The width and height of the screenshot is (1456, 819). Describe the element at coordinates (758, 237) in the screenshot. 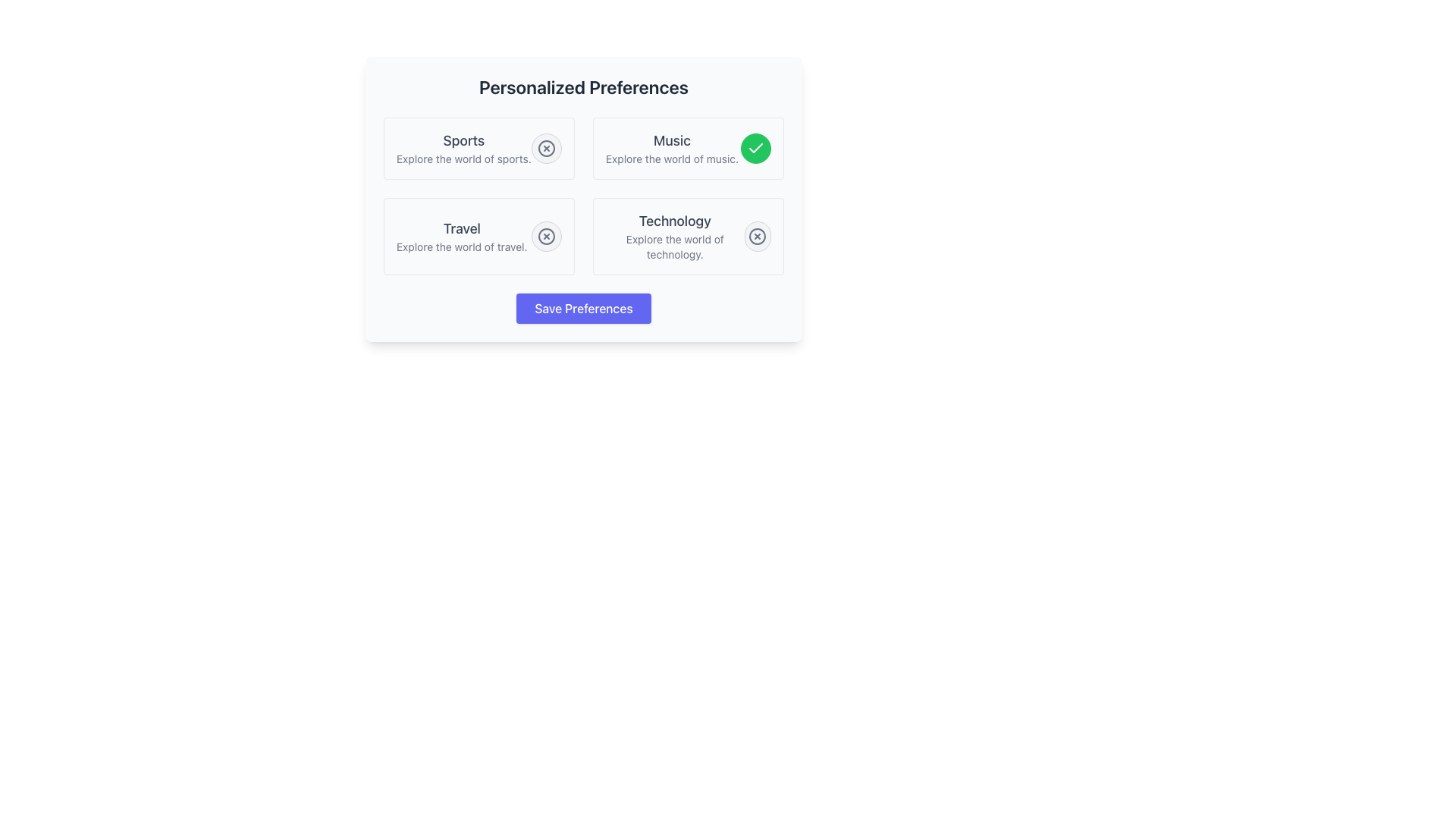

I see `the deselect button located in the lower right corner of the 'Technology' preference card` at that location.